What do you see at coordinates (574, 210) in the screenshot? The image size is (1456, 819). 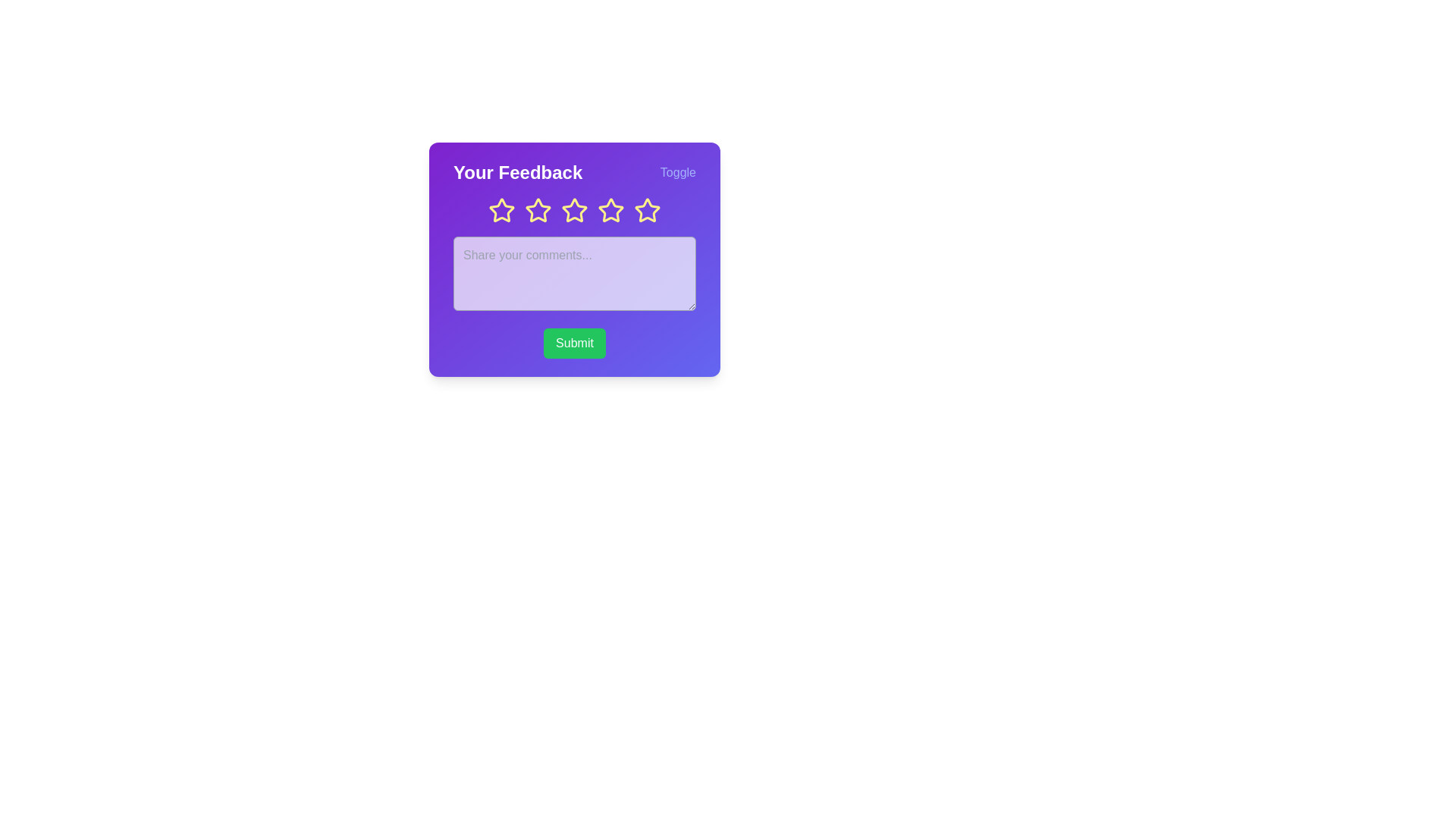 I see `the third star icon in the rating system located under the 'Your Feedback' header` at bounding box center [574, 210].